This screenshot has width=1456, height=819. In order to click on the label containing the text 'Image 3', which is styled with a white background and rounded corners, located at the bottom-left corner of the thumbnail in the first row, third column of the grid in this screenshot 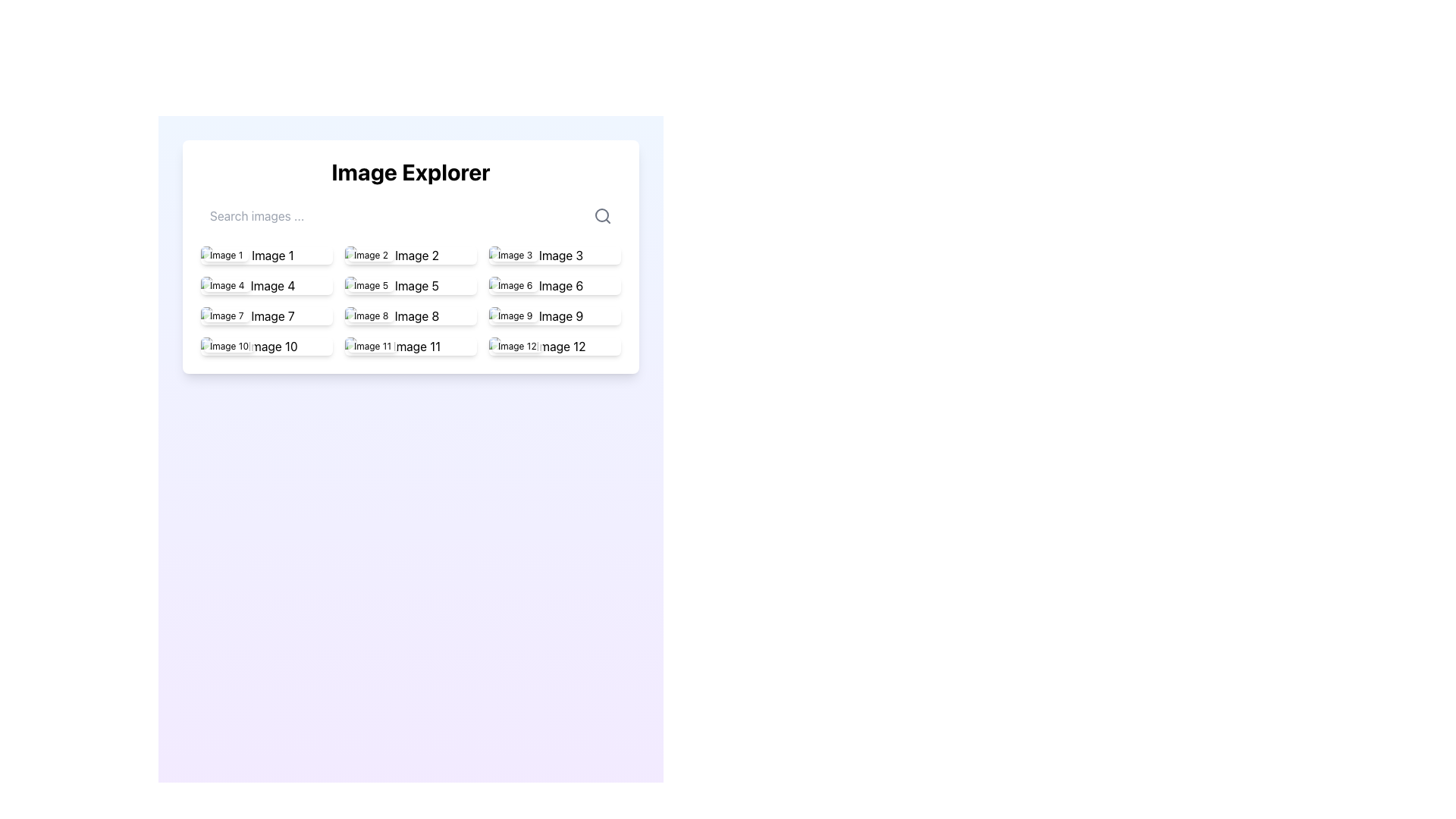, I will do `click(515, 254)`.